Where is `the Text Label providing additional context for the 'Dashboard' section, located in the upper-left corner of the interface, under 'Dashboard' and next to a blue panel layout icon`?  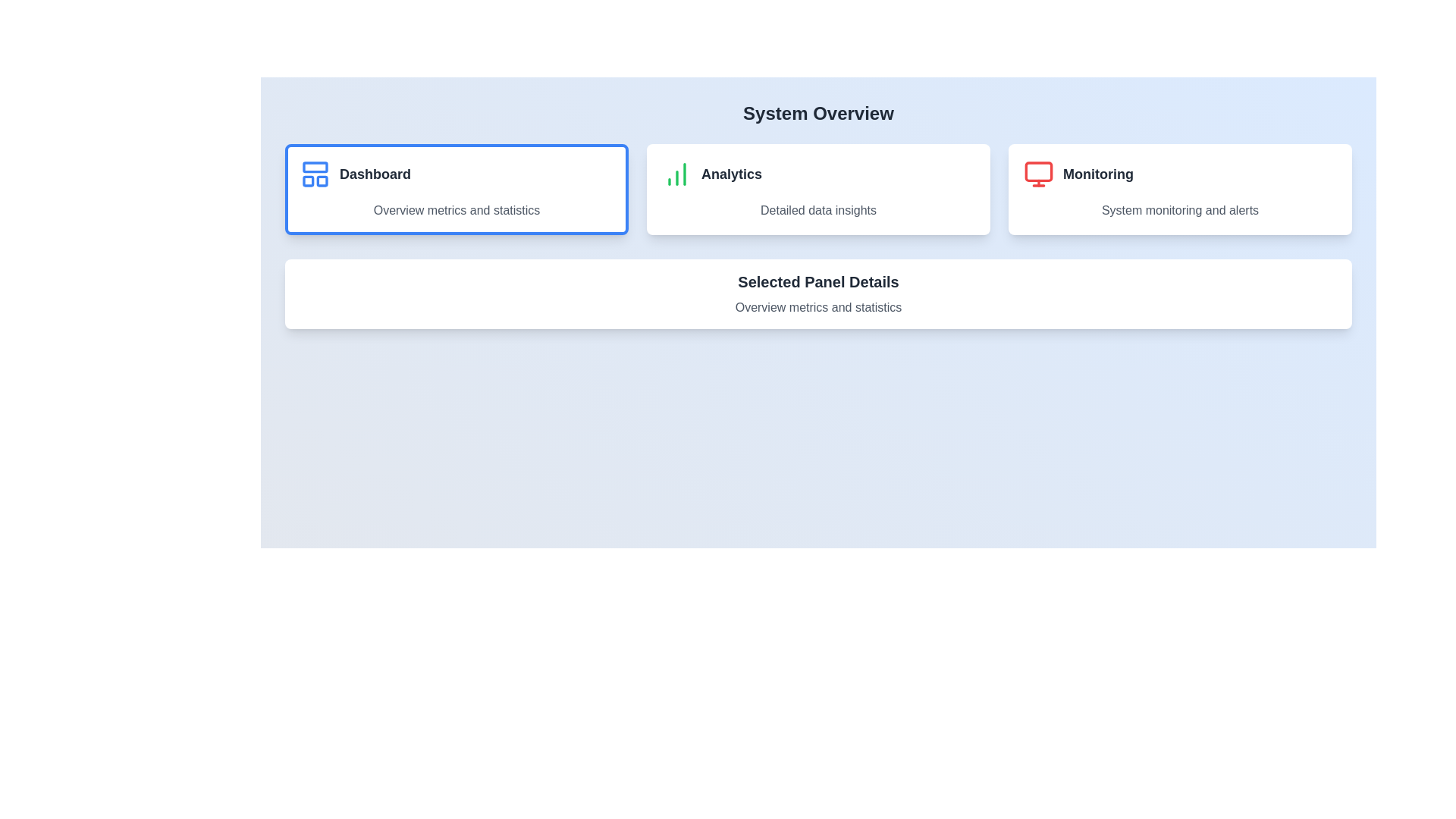
the Text Label providing additional context for the 'Dashboard' section, located in the upper-left corner of the interface, under 'Dashboard' and next to a blue panel layout icon is located at coordinates (456, 210).